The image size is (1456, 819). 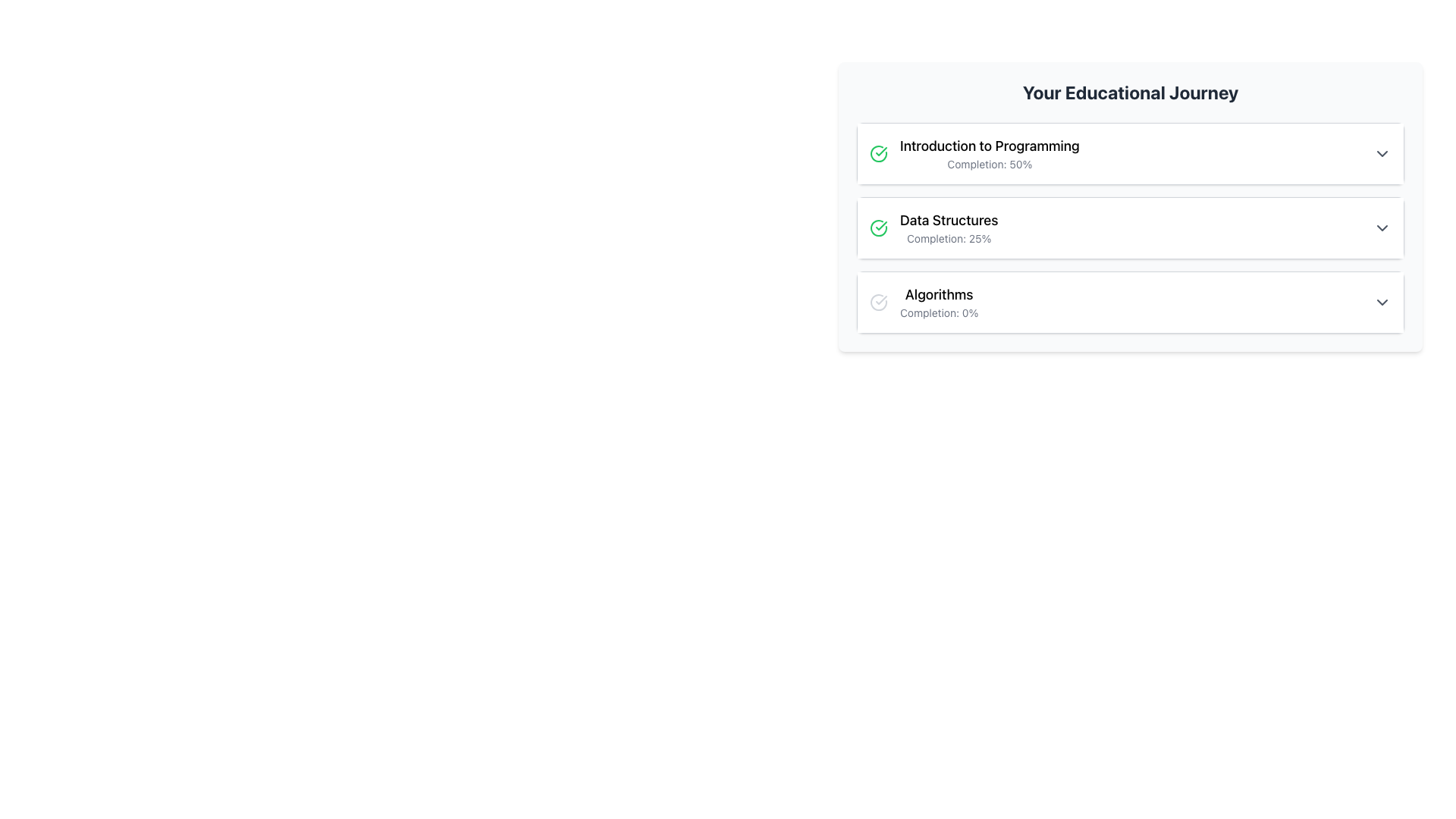 I want to click on the third collapsible card in the list that contains the summary information about 'Algorithms' and its completion status 'Completion: 0%', so click(x=1131, y=302).